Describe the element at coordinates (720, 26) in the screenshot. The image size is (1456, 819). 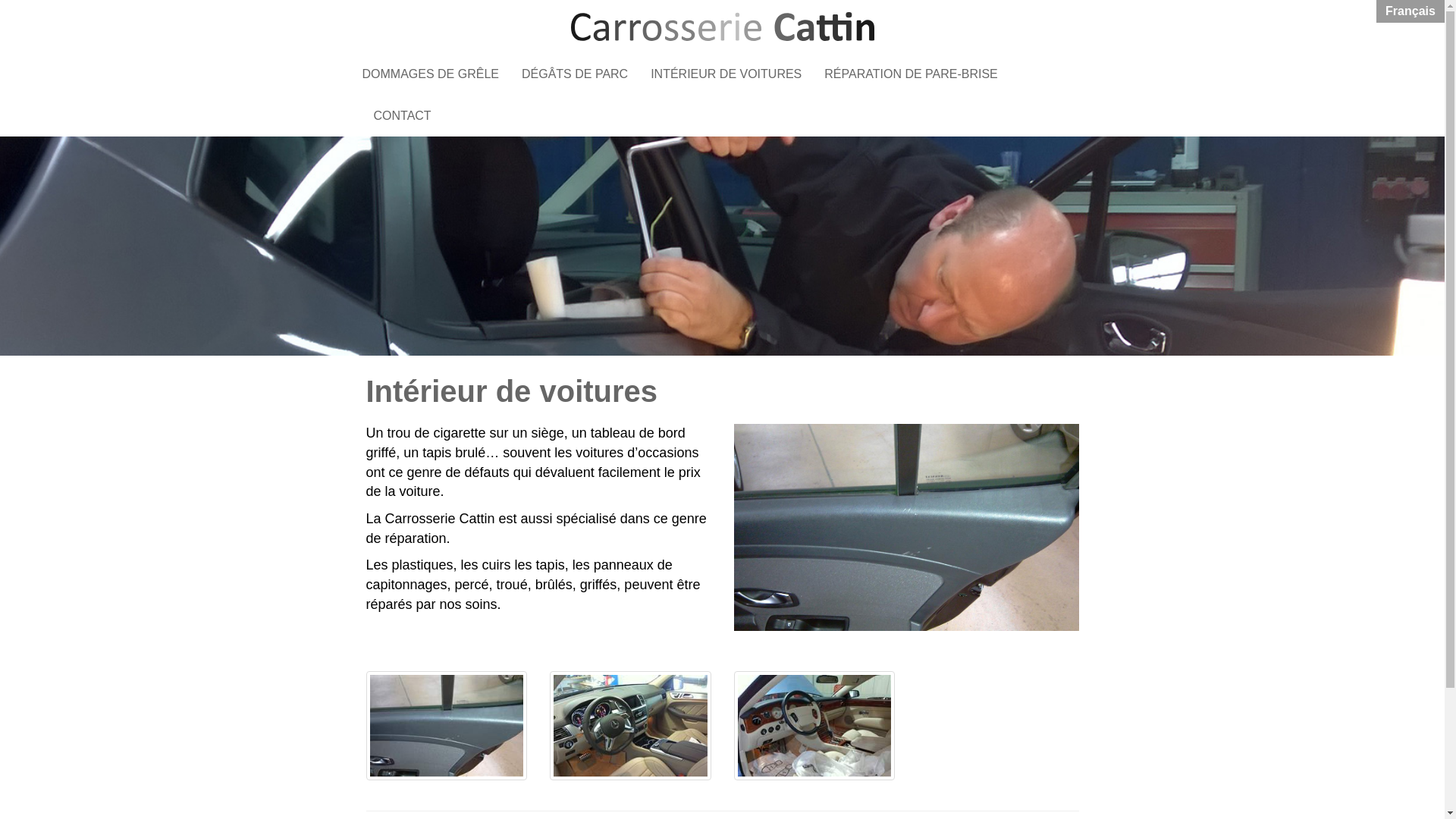
I see `'[Header:ApplicationName]'` at that location.